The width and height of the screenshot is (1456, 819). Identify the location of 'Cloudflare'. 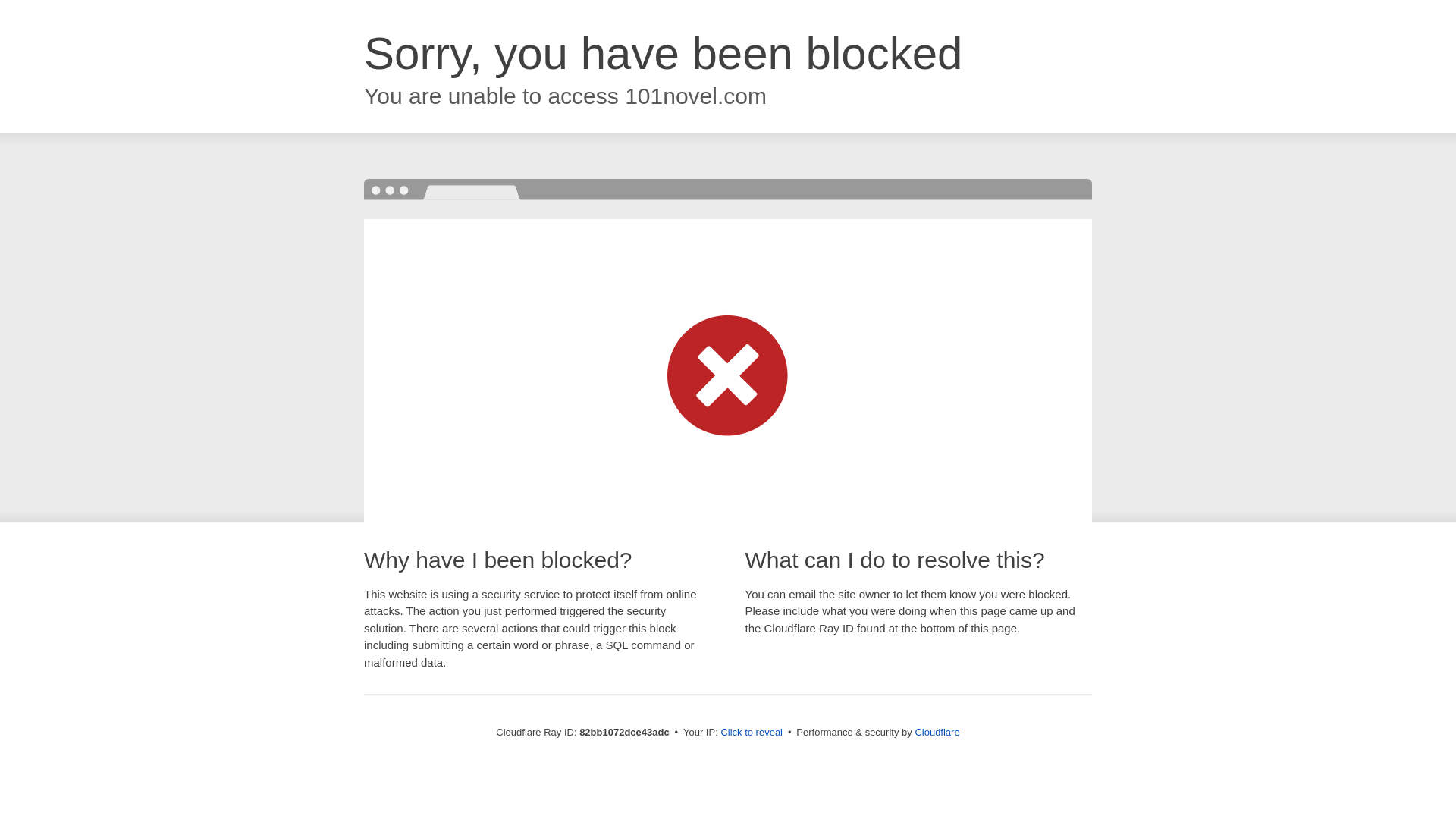
(936, 731).